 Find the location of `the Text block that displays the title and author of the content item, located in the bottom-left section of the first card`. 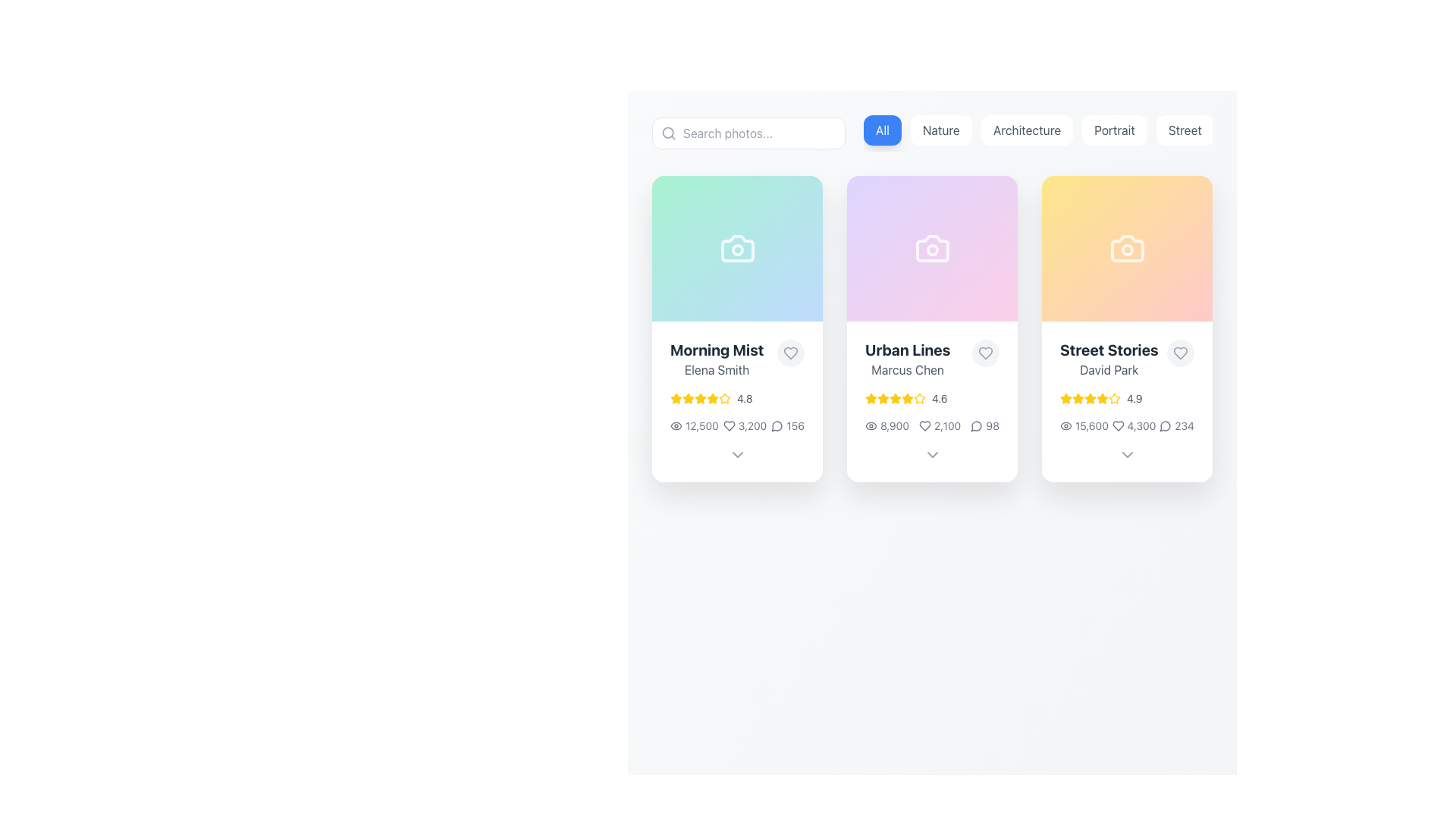

the Text block that displays the title and author of the content item, located in the bottom-left section of the first card is located at coordinates (716, 359).